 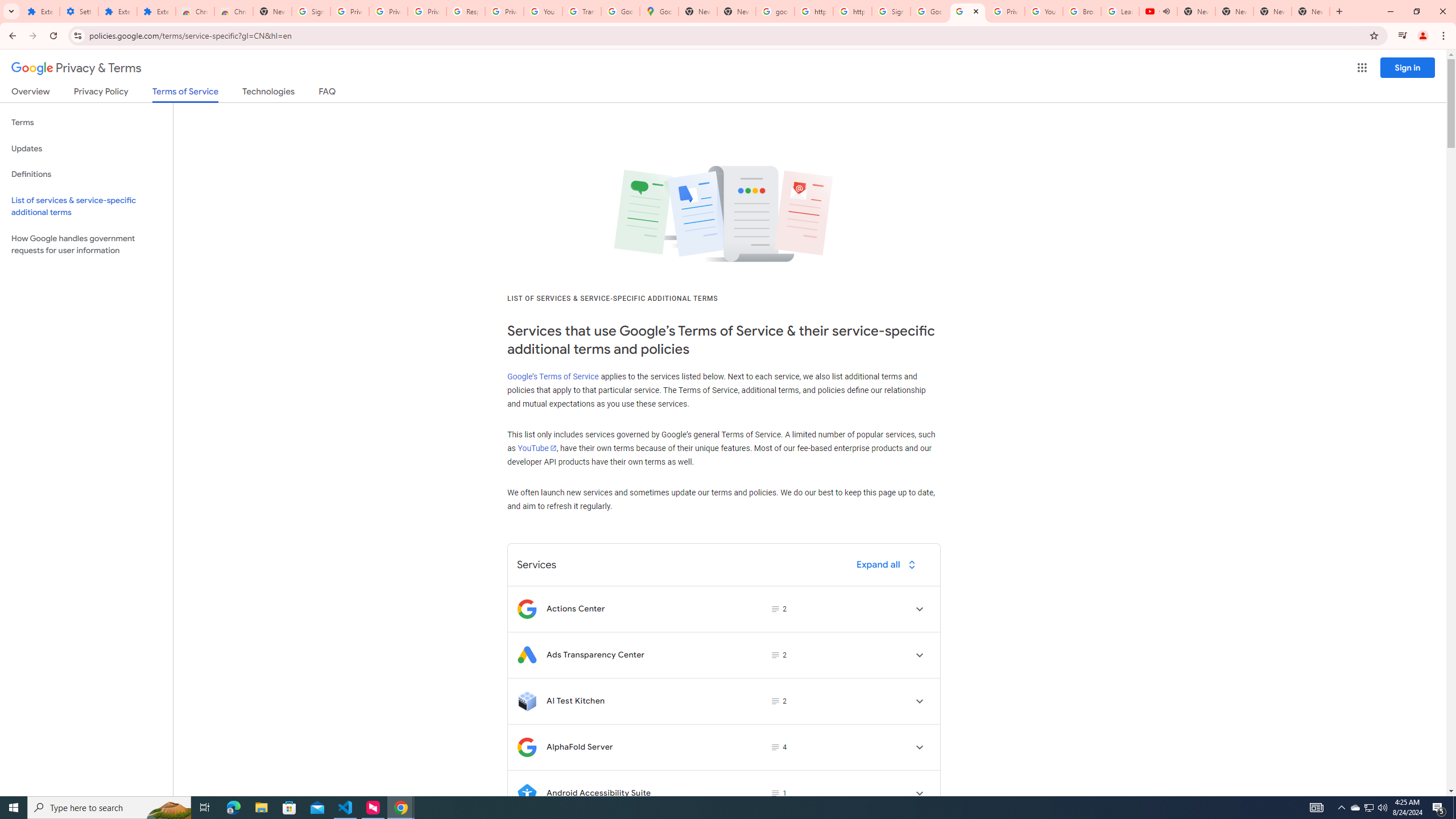 What do you see at coordinates (40, 11) in the screenshot?
I see `'Extensions'` at bounding box center [40, 11].